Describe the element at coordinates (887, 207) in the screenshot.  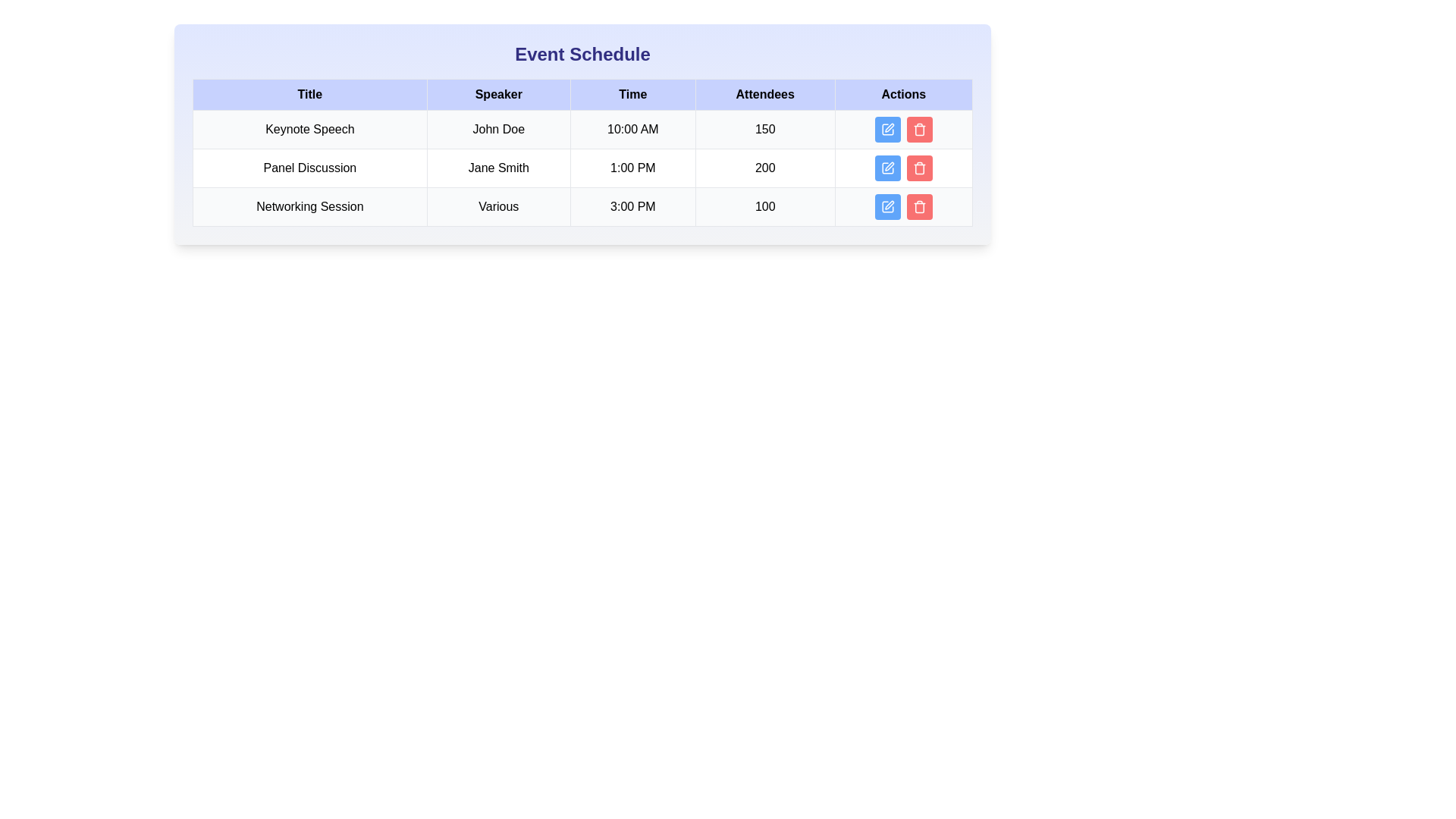
I see `the action button for the event titled Networking Session` at that location.